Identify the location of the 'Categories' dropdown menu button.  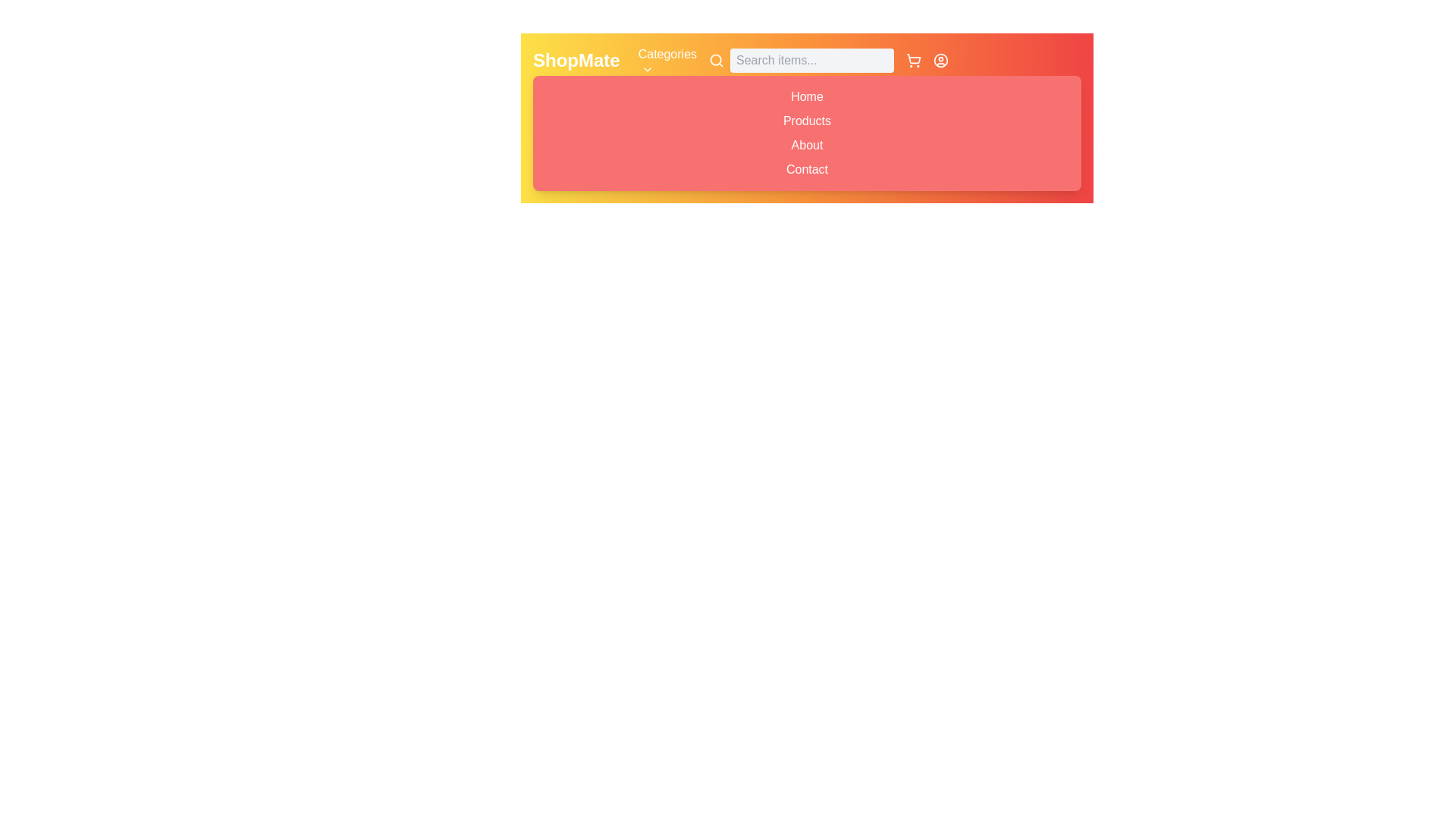
(667, 60).